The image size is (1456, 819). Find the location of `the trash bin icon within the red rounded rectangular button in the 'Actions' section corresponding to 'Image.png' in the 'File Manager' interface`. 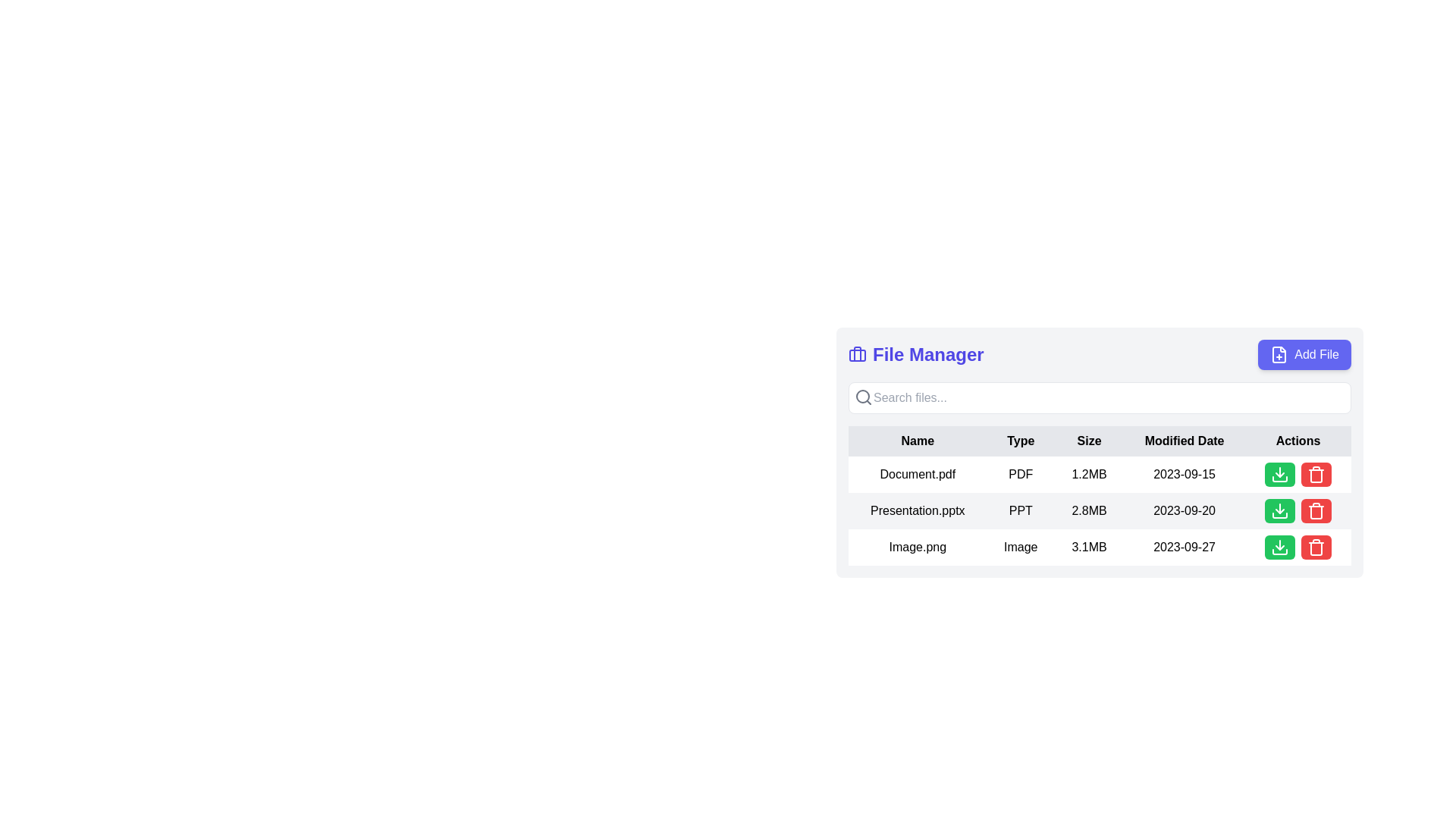

the trash bin icon within the red rounded rectangular button in the 'Actions' section corresponding to 'Image.png' in the 'File Manager' interface is located at coordinates (1316, 547).